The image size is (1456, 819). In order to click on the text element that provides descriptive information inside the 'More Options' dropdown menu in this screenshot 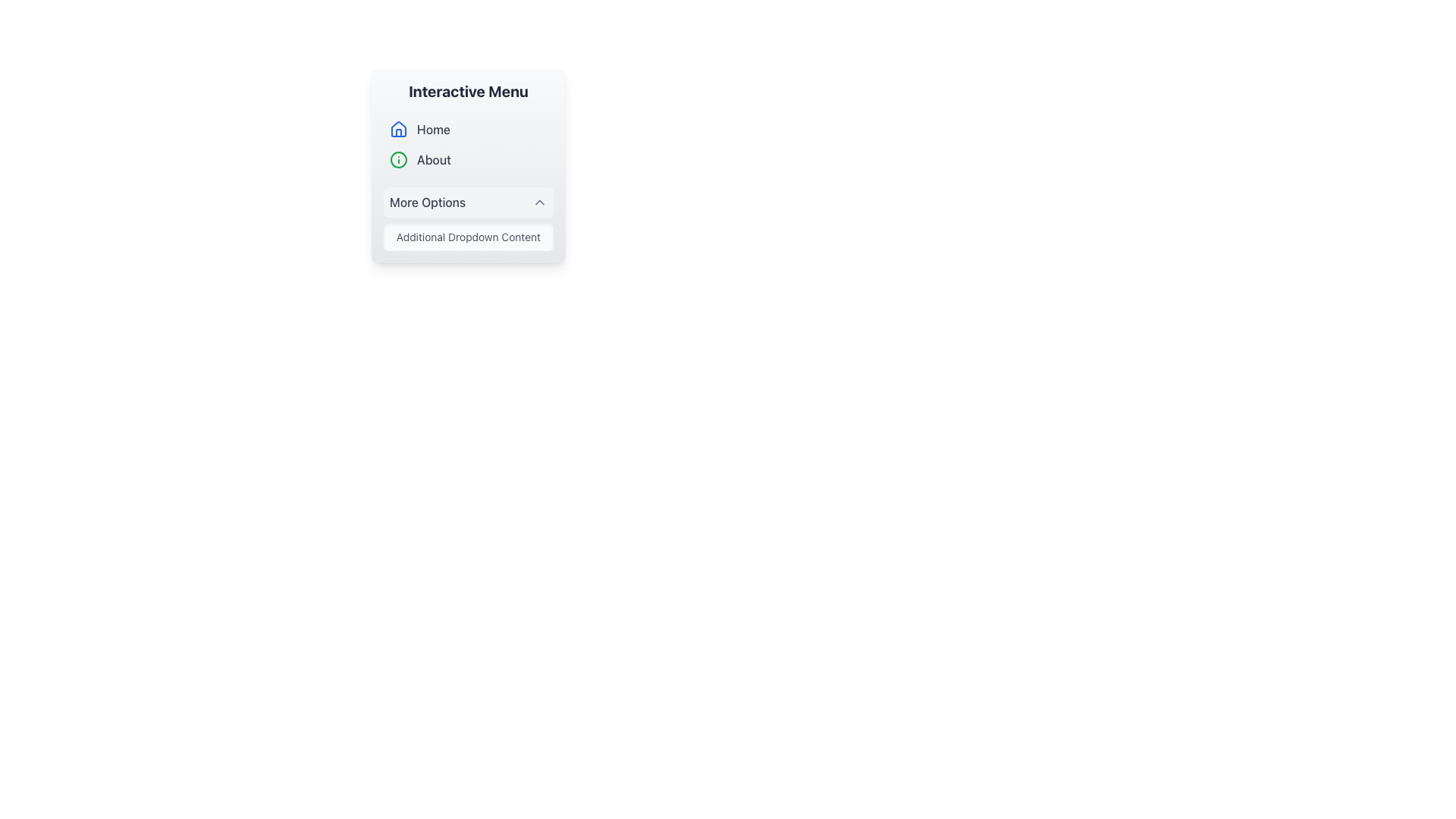, I will do `click(468, 237)`.